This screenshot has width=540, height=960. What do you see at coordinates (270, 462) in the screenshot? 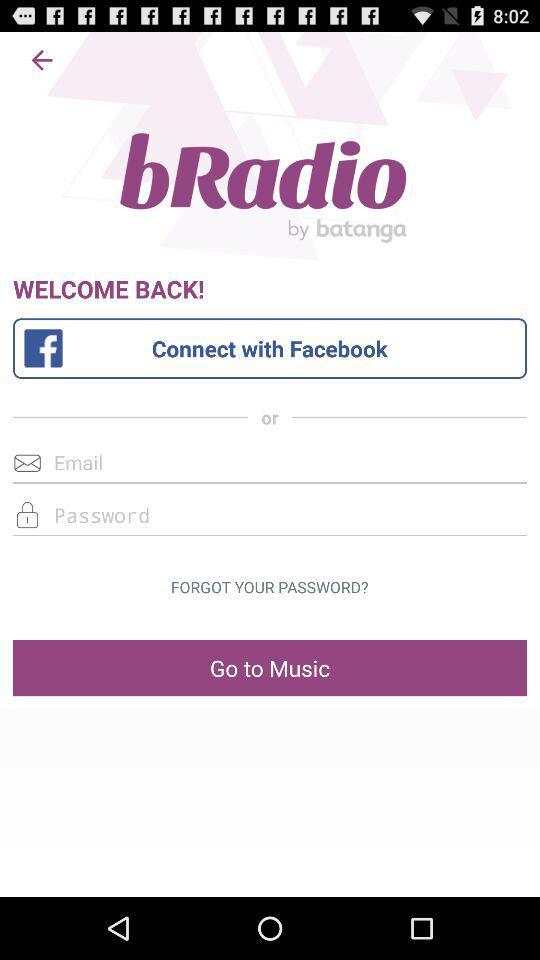
I see `email` at bounding box center [270, 462].